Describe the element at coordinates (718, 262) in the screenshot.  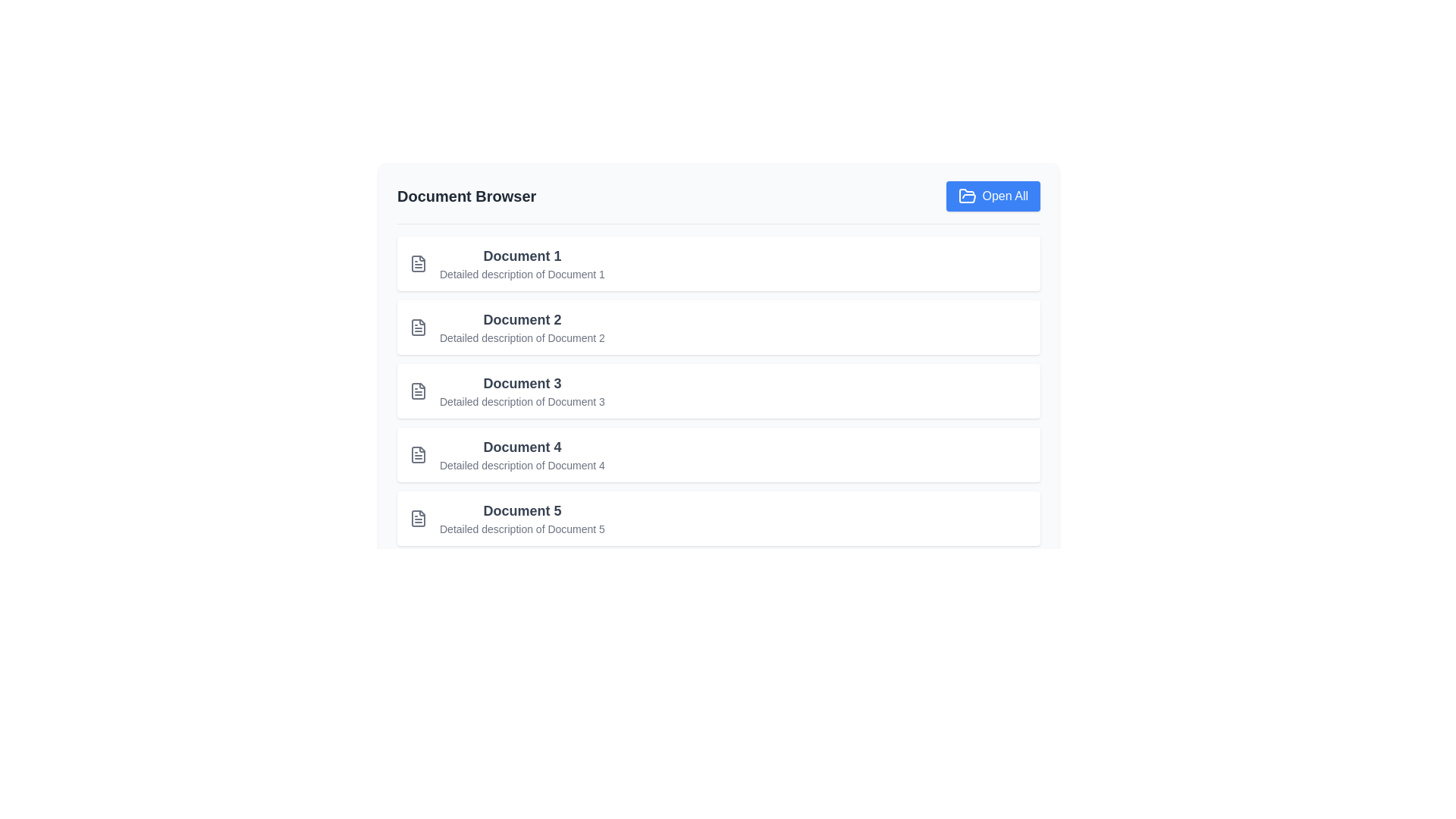
I see `the first Card listing in the Document Browser by moving the cursor to its center point` at that location.